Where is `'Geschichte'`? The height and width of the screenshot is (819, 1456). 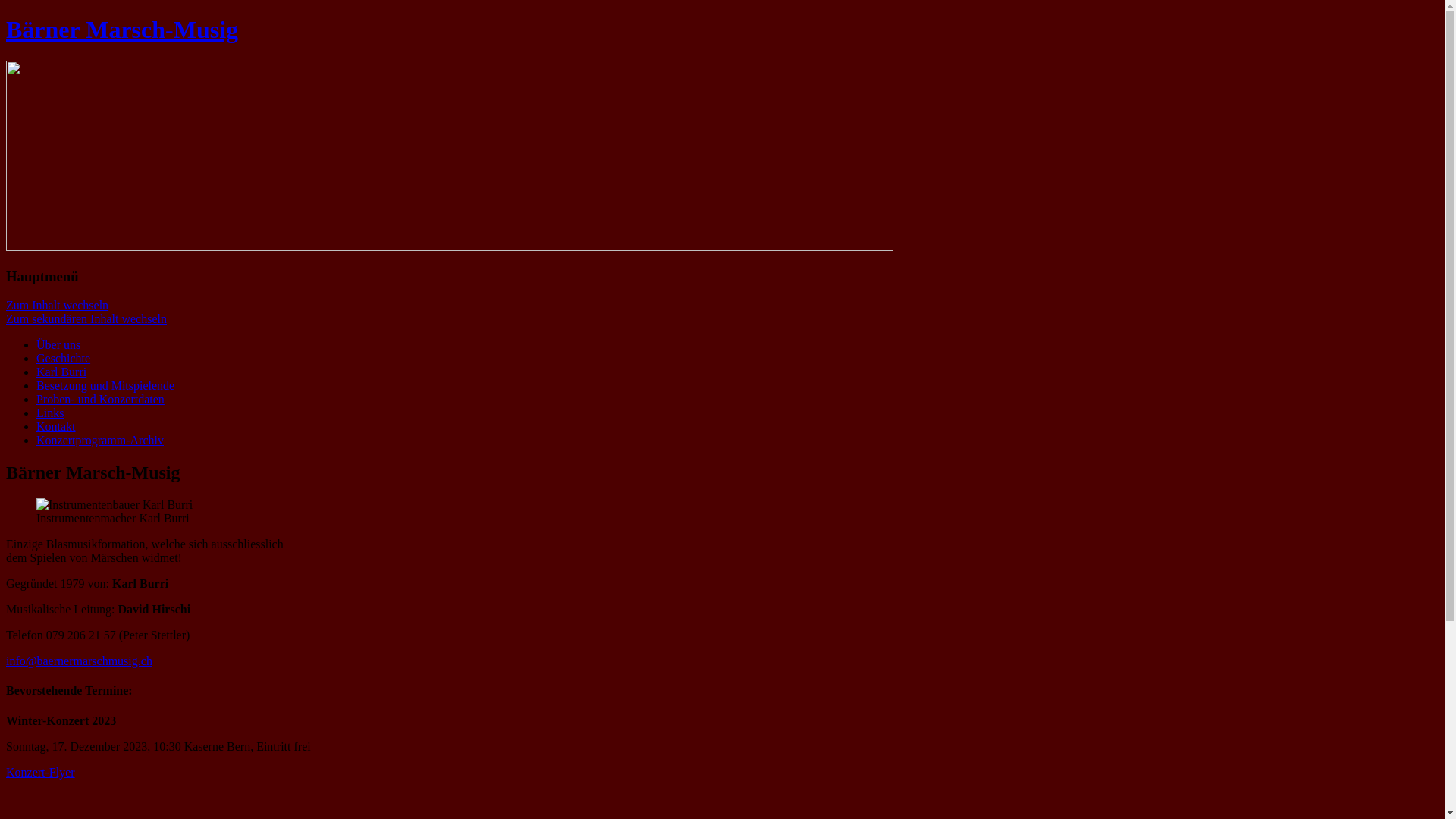 'Geschichte' is located at coordinates (62, 358).